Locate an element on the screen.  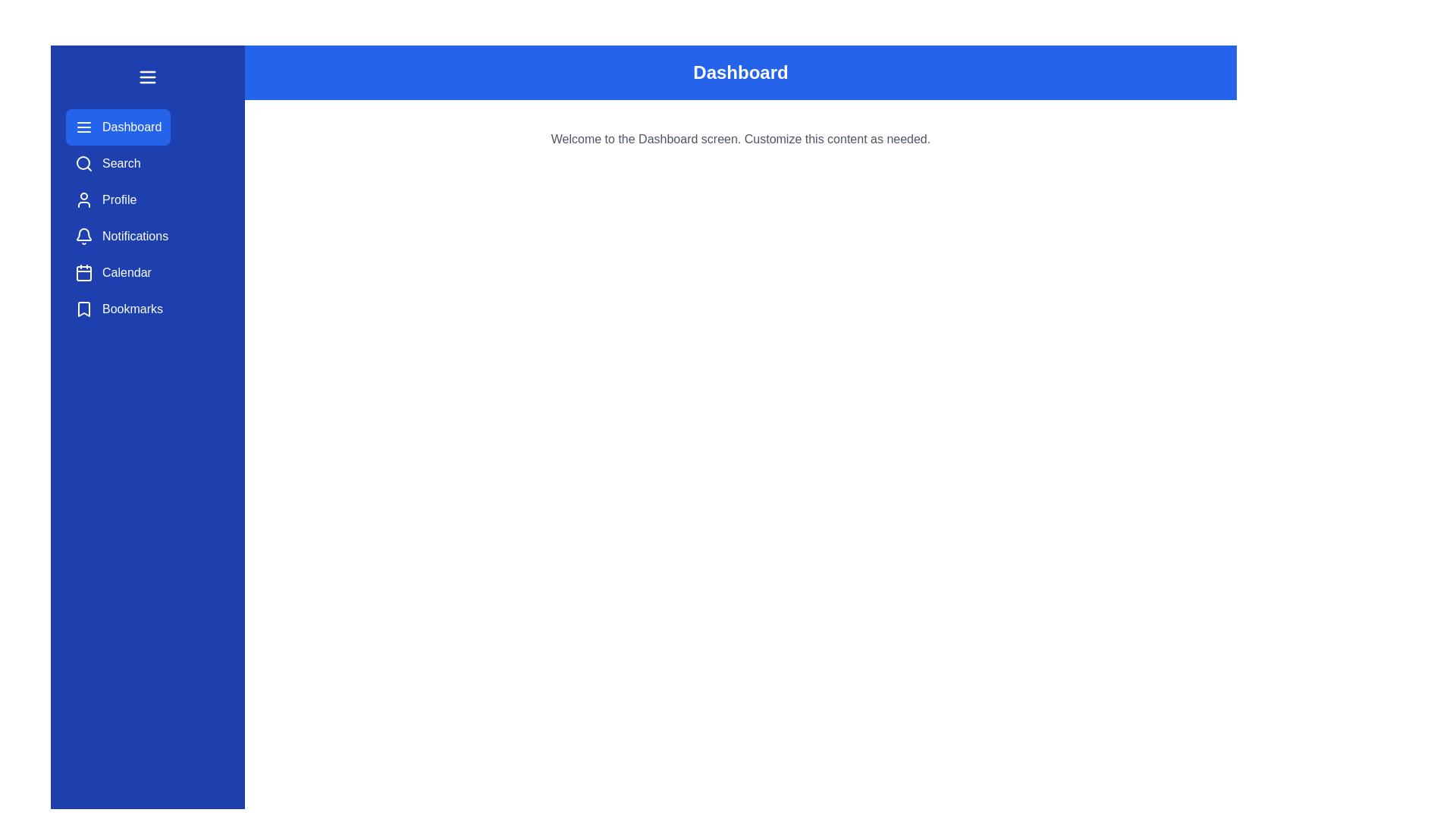
the navigation button in the sidebar is located at coordinates (121, 237).